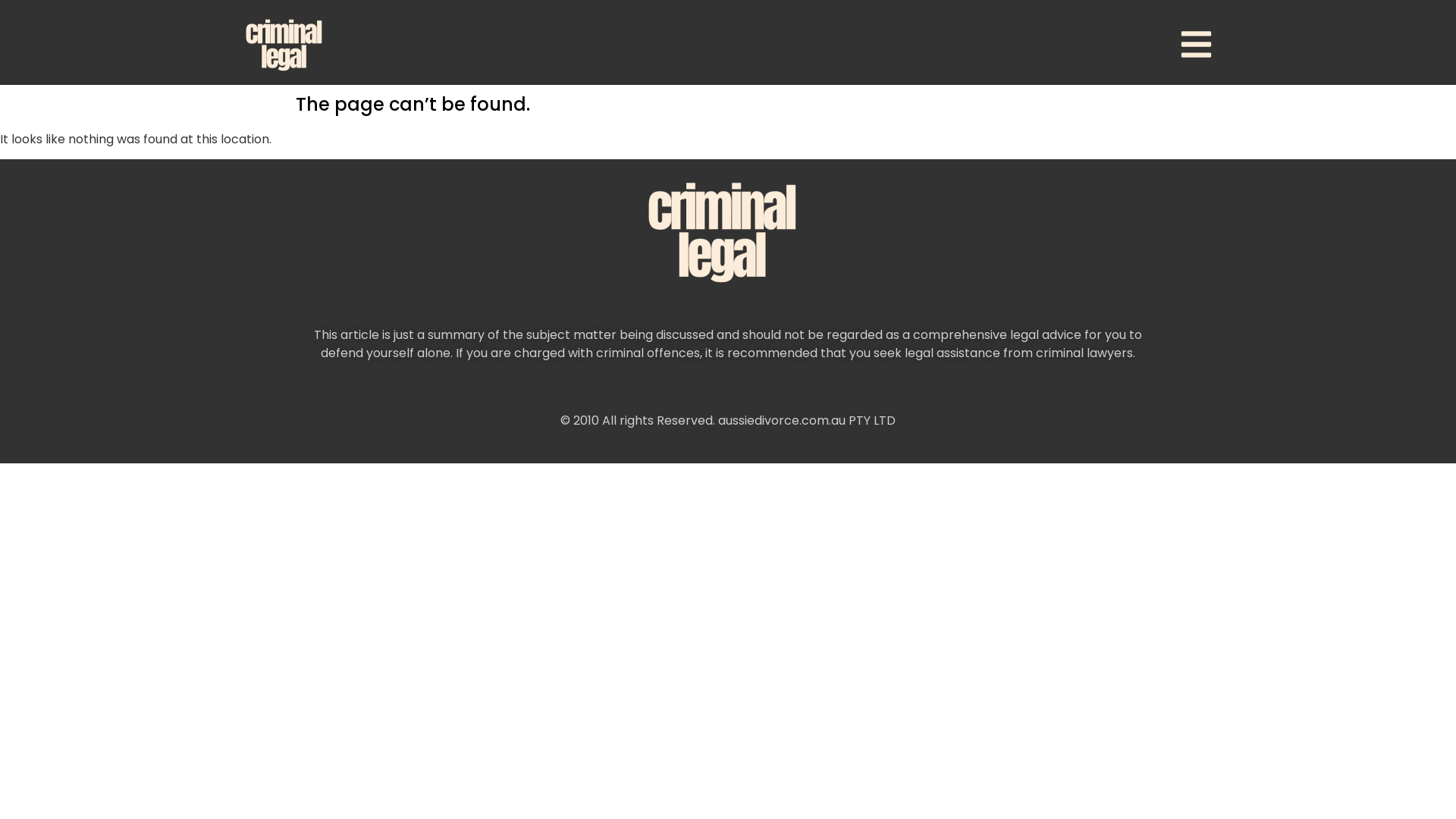 The height and width of the screenshot is (819, 1456). Describe the element at coordinates (728, 231) in the screenshot. I see `'criminallegal cre'` at that location.